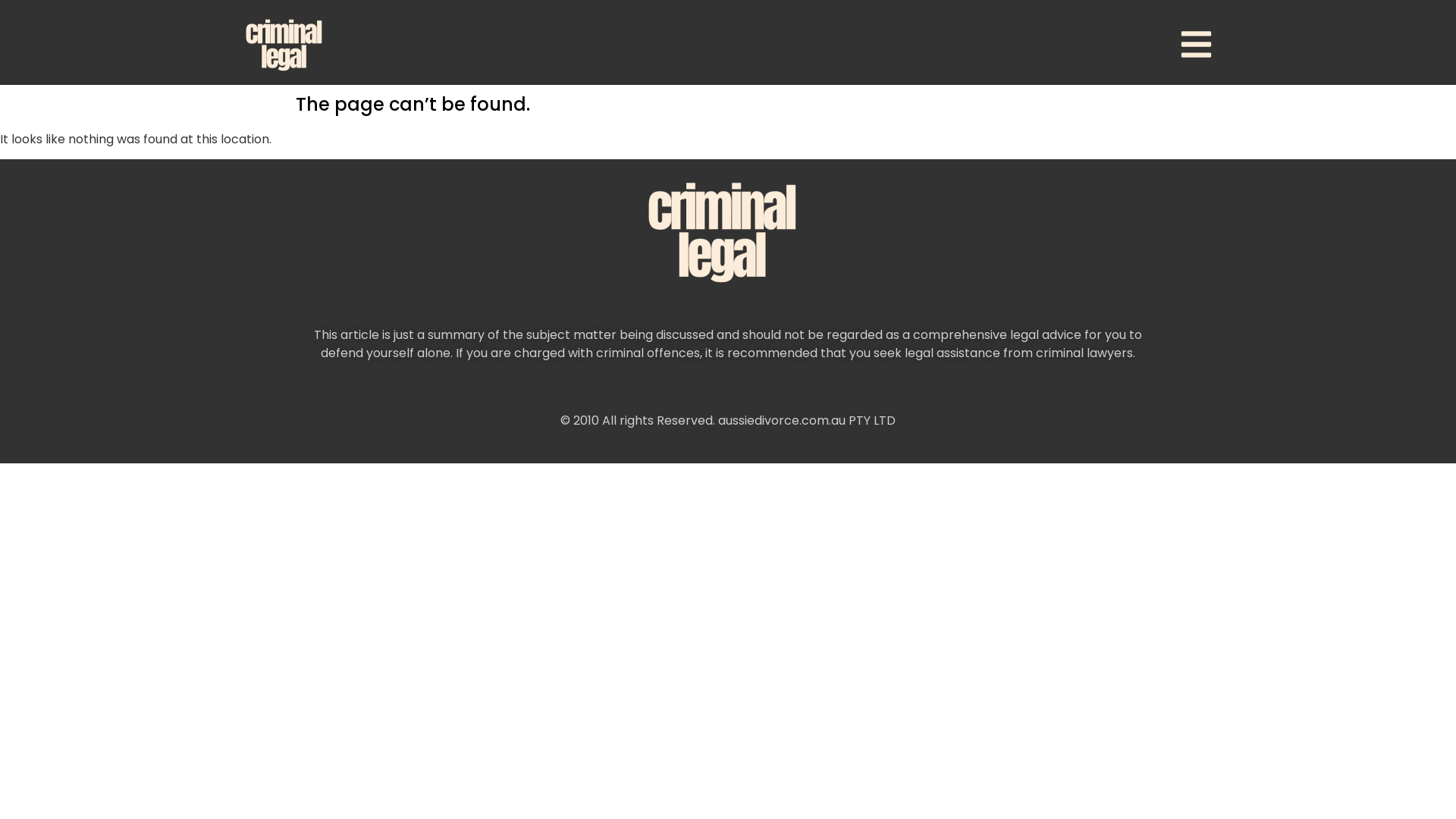 The height and width of the screenshot is (819, 1456). Describe the element at coordinates (728, 231) in the screenshot. I see `'criminallegal cre'` at that location.